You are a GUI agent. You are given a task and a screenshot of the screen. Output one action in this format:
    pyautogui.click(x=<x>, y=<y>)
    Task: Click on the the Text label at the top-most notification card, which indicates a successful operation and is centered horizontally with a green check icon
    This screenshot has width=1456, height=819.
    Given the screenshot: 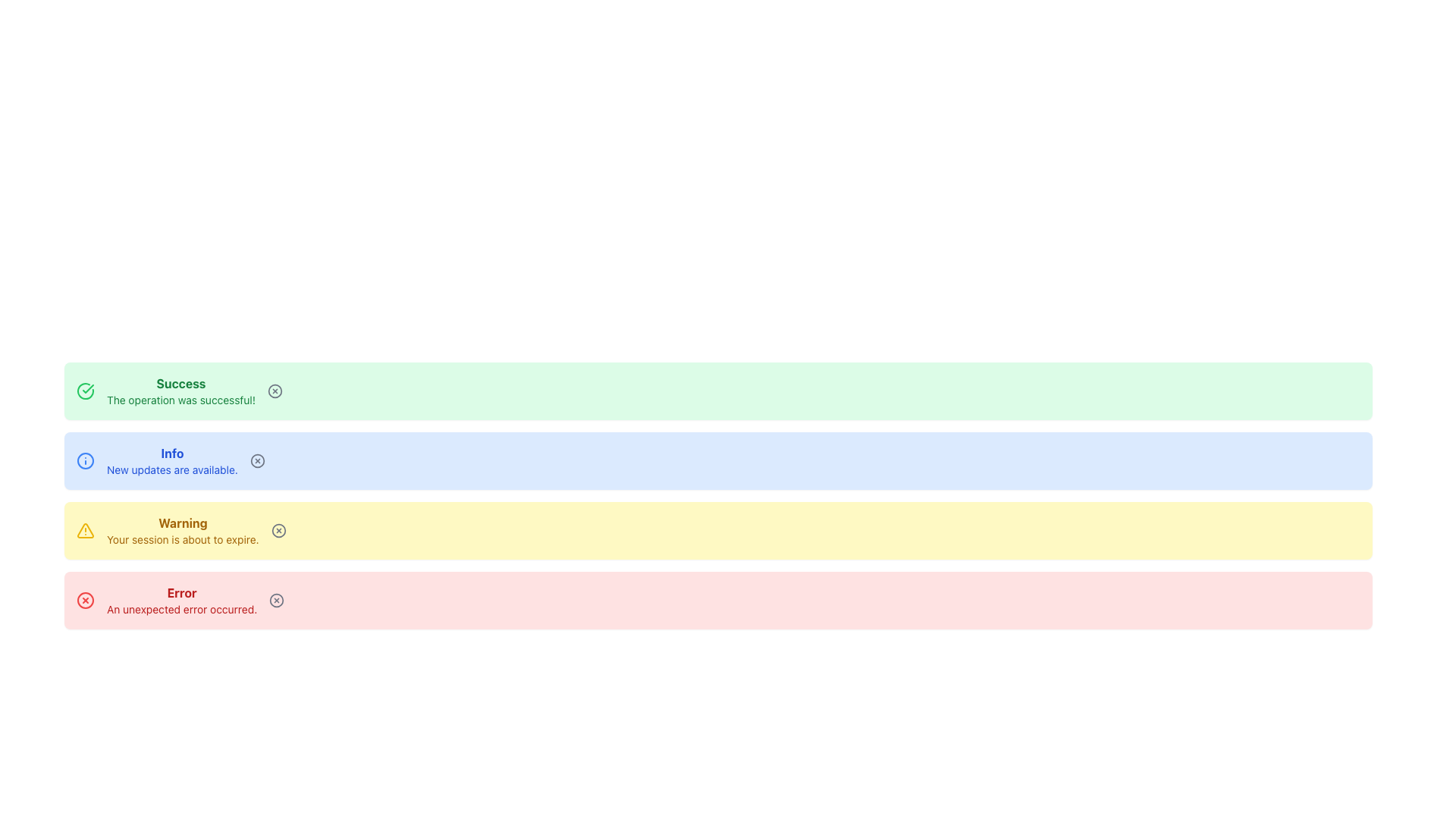 What is the action you would take?
    pyautogui.click(x=181, y=382)
    